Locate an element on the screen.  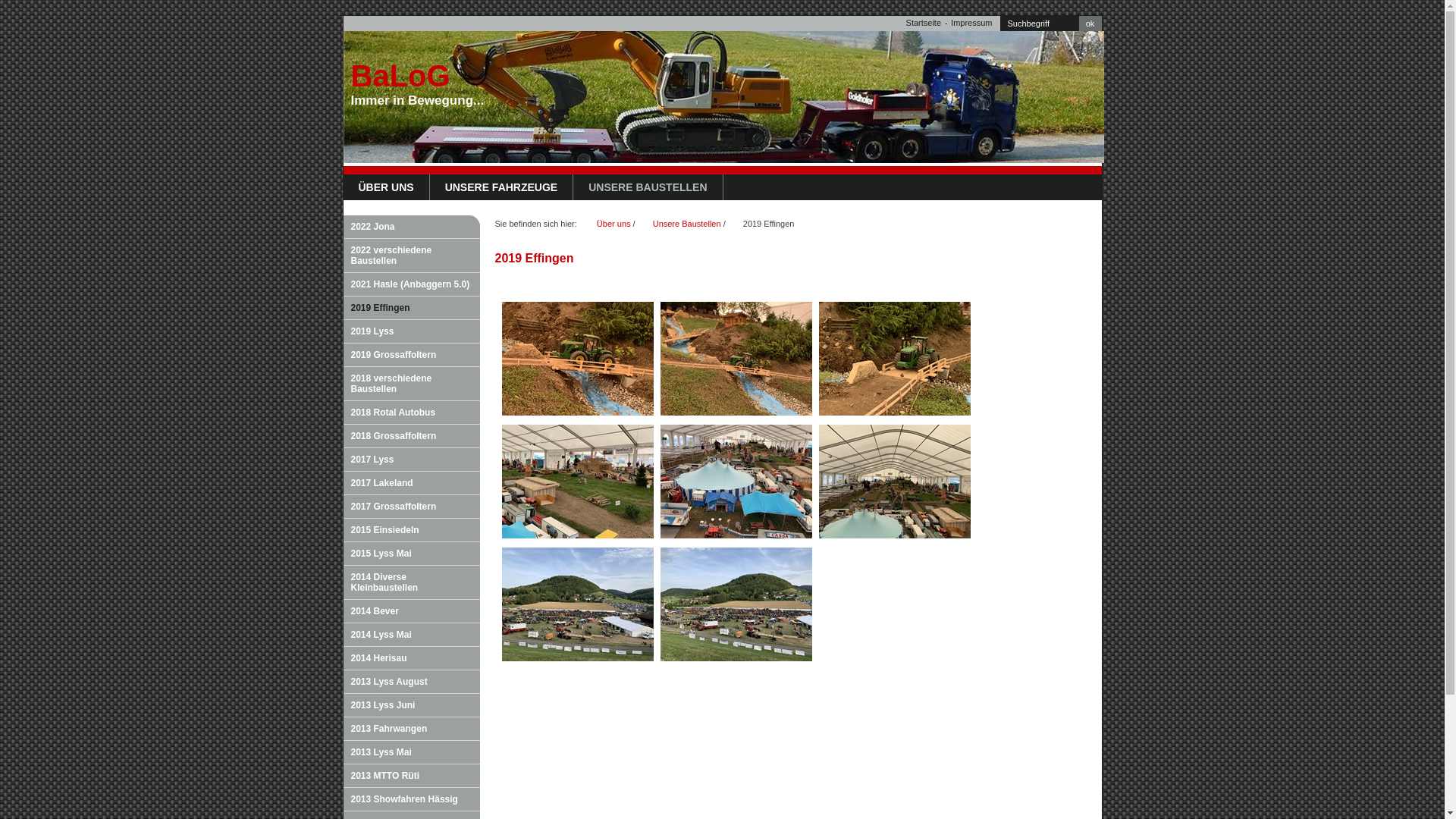
'2014 Lyss Mai' is located at coordinates (411, 635).